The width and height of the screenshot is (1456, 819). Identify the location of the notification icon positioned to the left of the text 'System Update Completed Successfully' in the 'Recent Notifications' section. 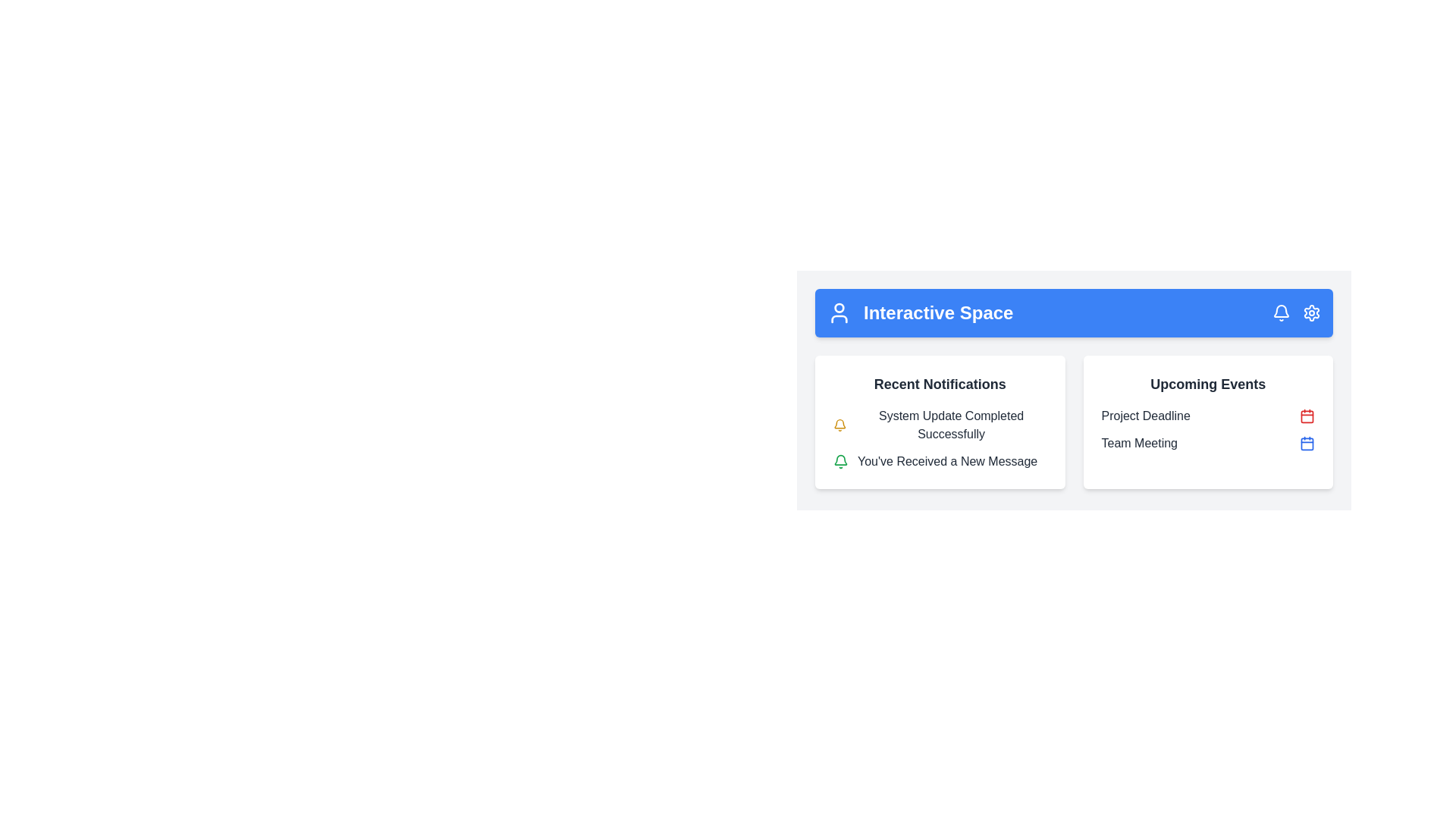
(839, 425).